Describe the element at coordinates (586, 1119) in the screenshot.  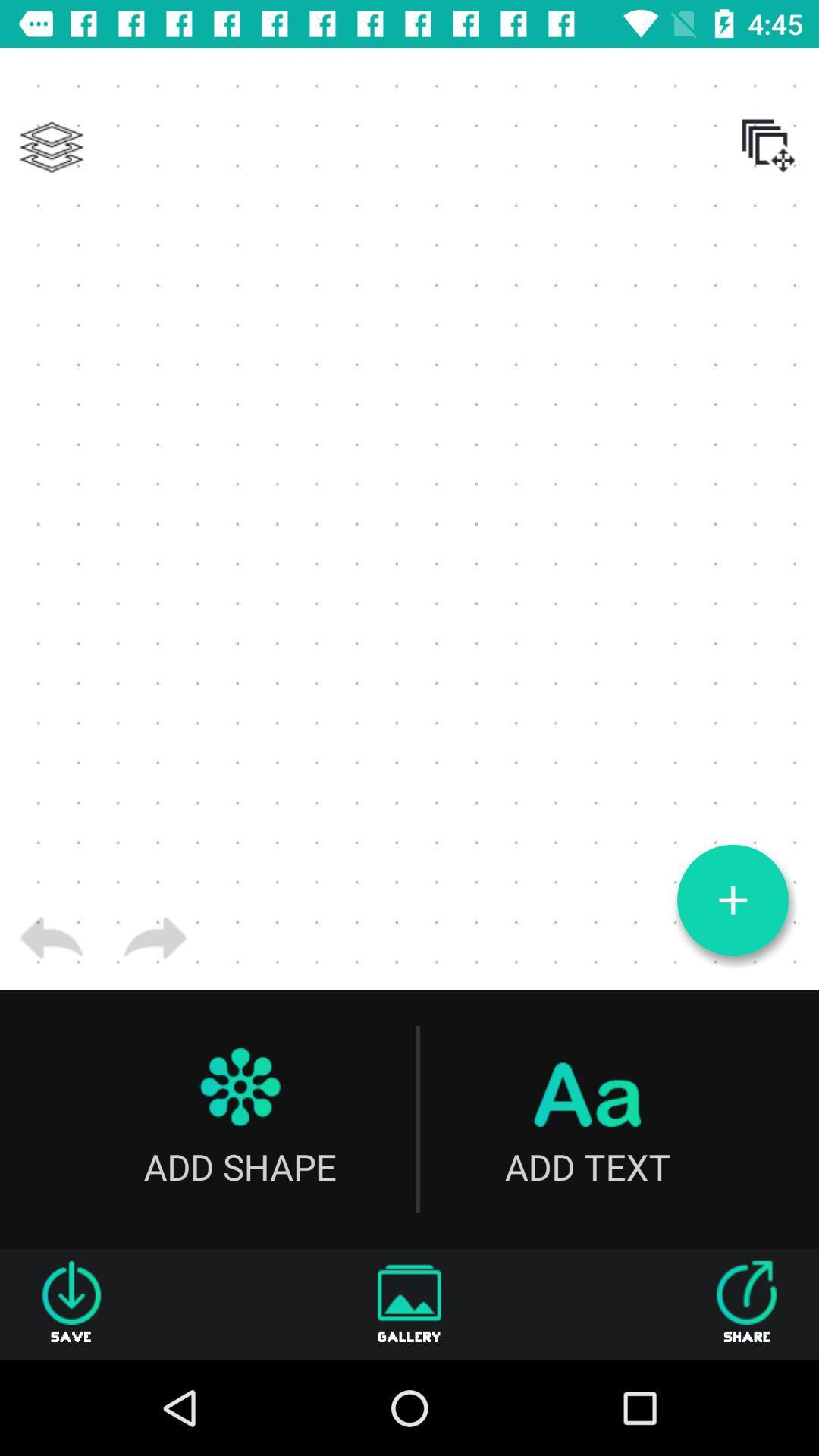
I see `the add text icon` at that location.